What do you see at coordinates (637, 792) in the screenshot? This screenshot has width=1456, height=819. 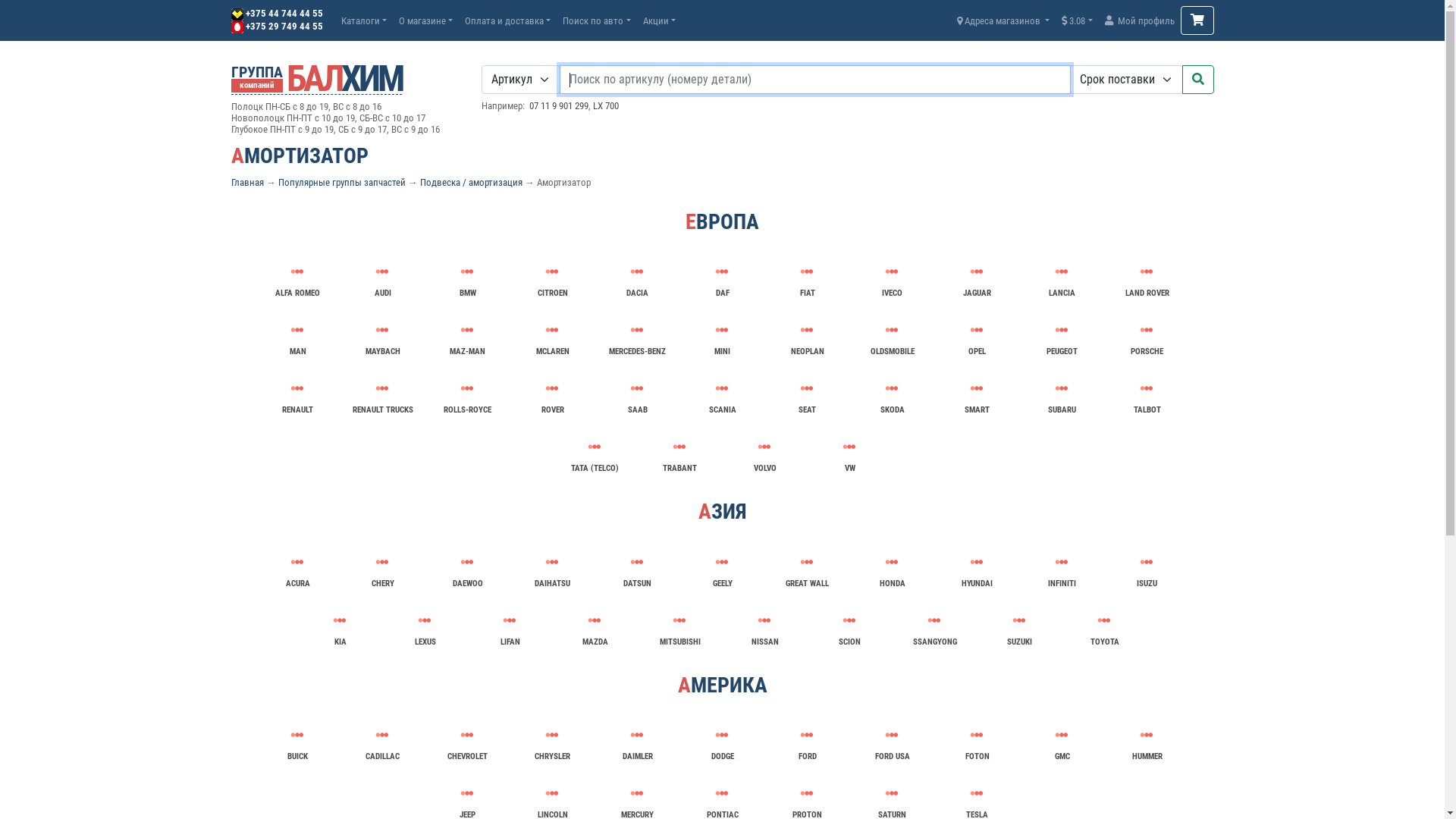 I see `'MERCURY'` at bounding box center [637, 792].